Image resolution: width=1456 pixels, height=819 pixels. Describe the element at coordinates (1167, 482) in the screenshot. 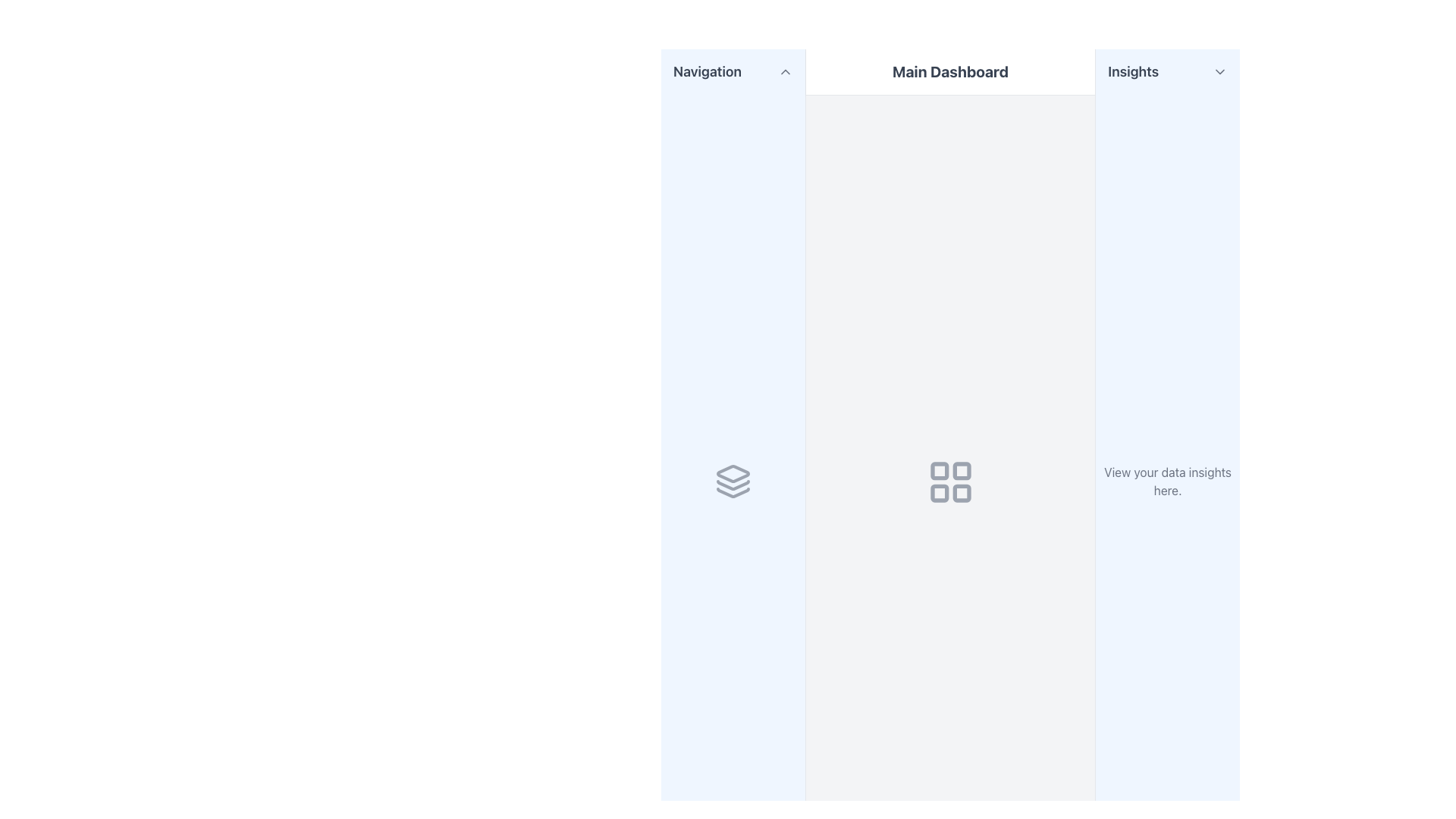

I see `the text element that reads 'View your data insights here.' which is positioned in the rightmost column of the layout on a faint blue background` at that location.